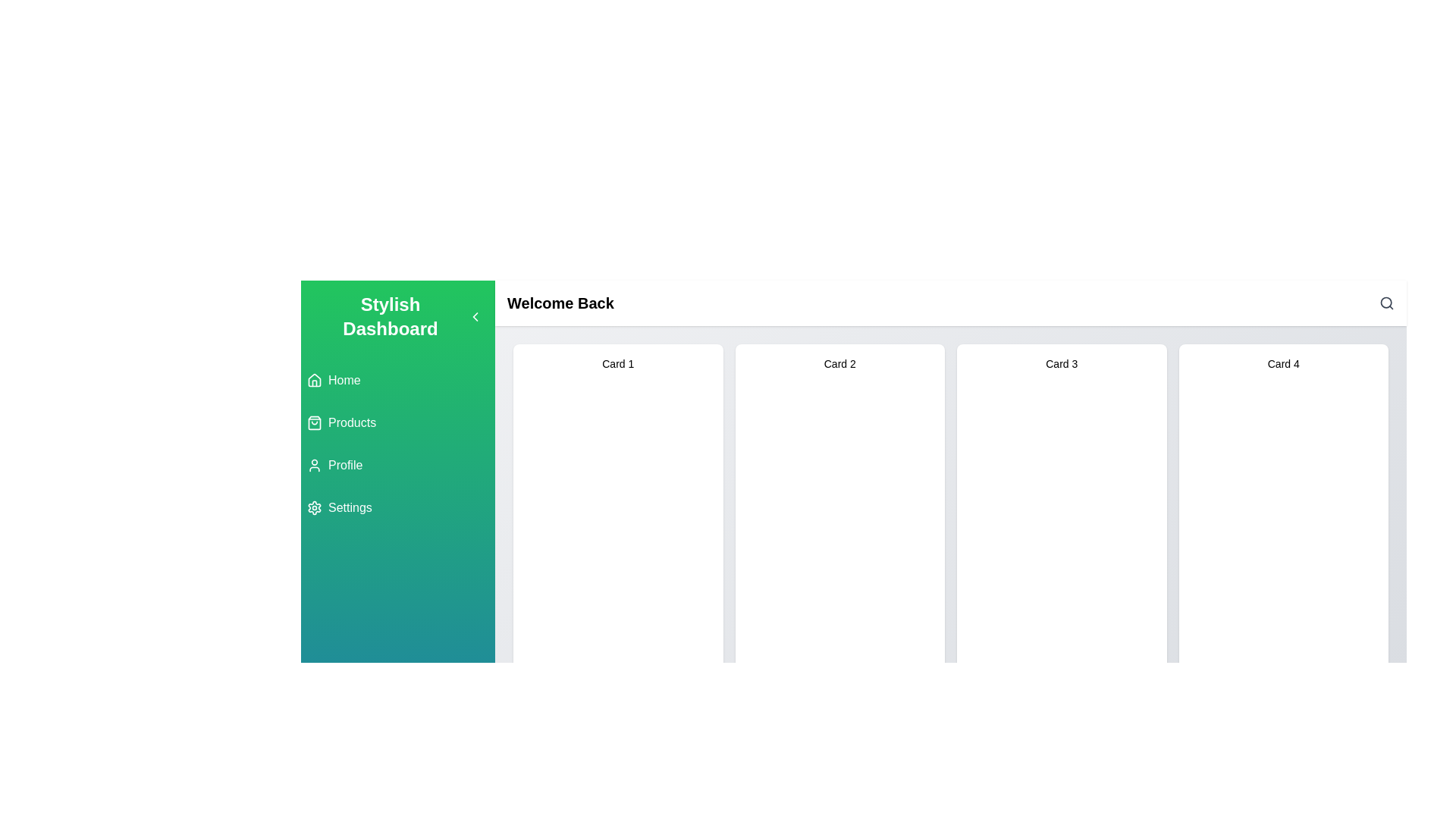 Image resolution: width=1456 pixels, height=819 pixels. What do you see at coordinates (313, 423) in the screenshot?
I see `the shopping bag icon which serves as a visual indicator for the 'Products' navigation link located in the sidebar of the dashboard interface` at bounding box center [313, 423].